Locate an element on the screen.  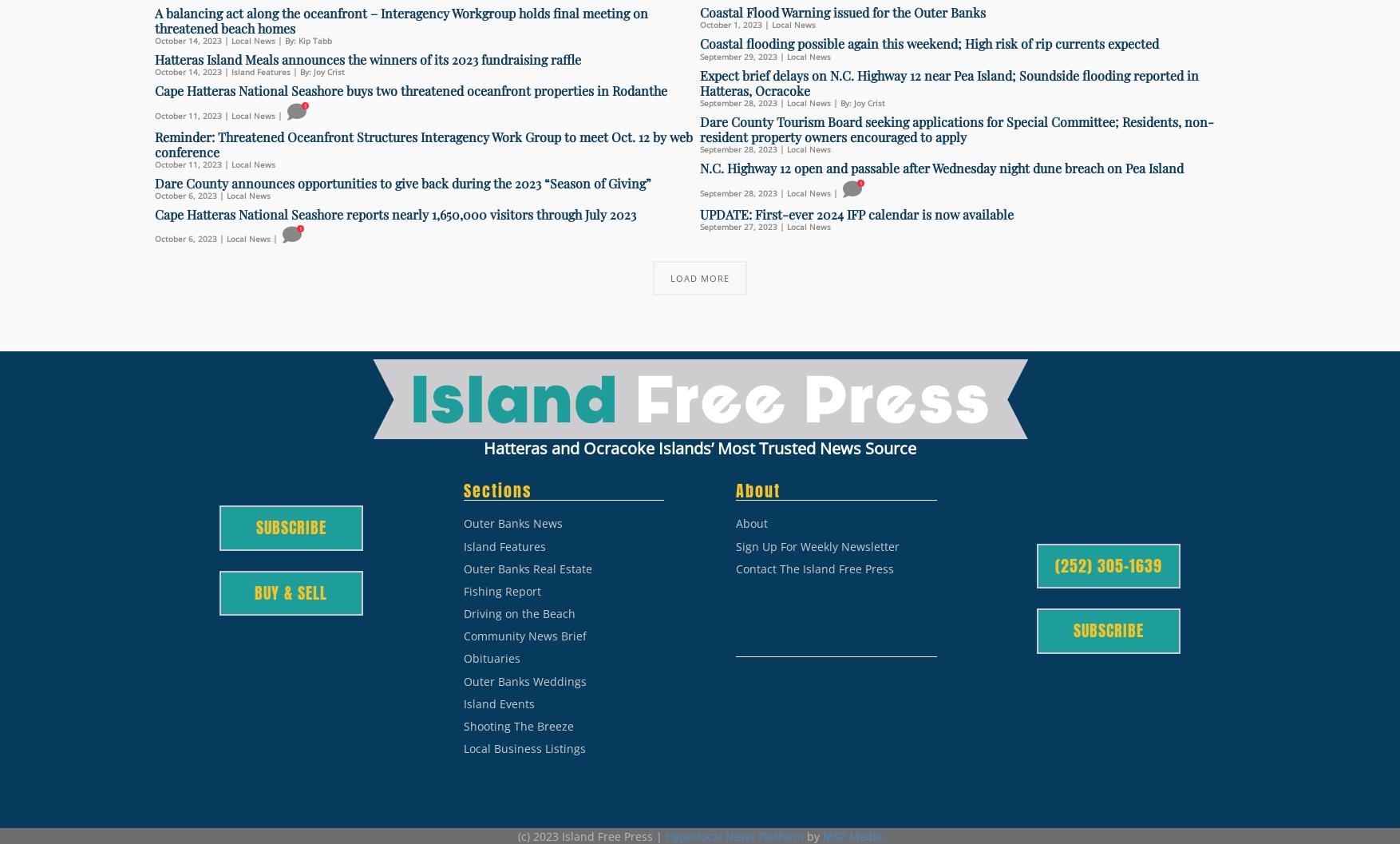
'Hatteras Island Meals announces the winners of its 2023 fundraising raffle' is located at coordinates (366, 59).